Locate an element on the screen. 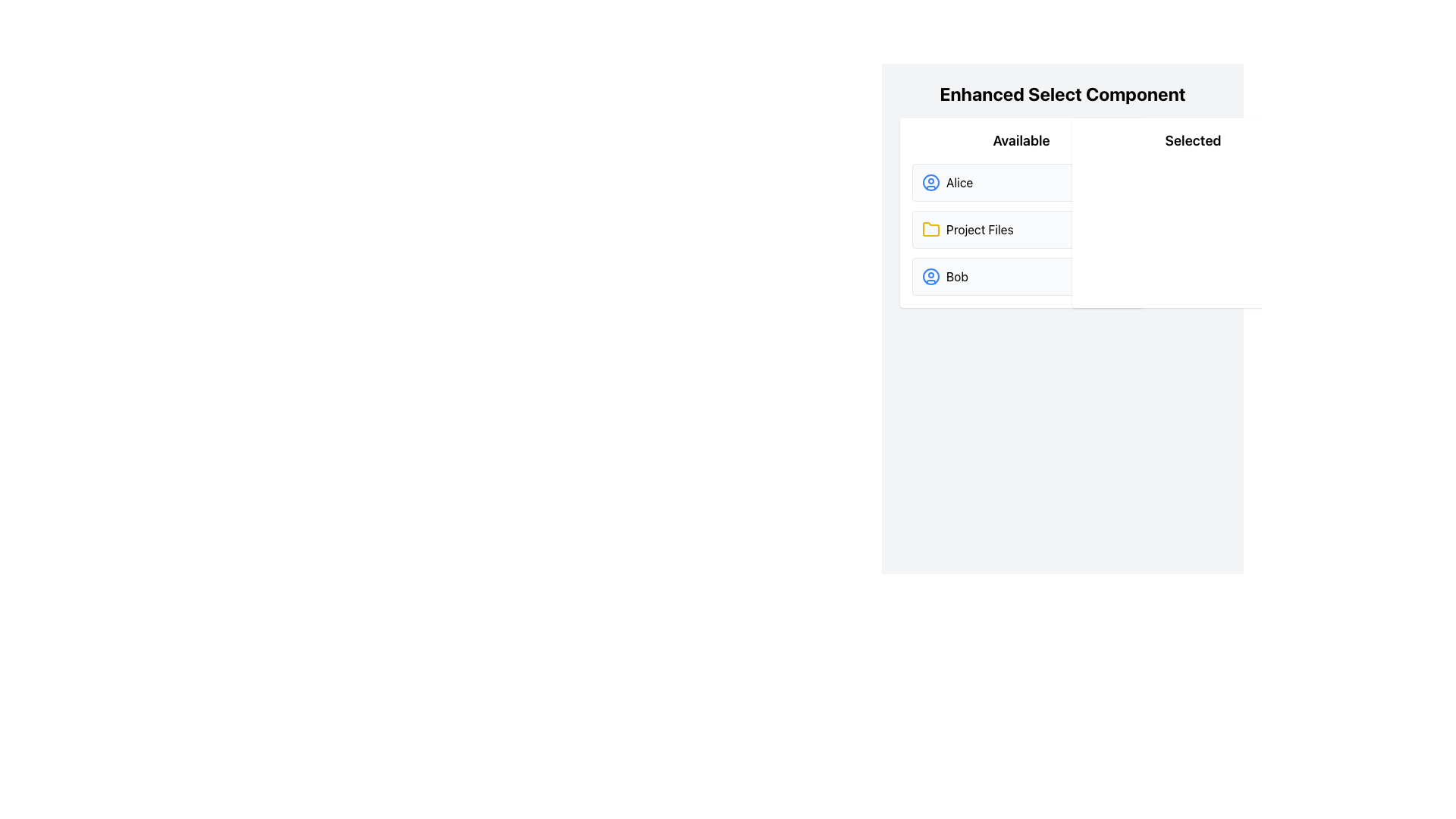 Image resolution: width=1456 pixels, height=819 pixels. the yellow folder icon located in the 'Available' section, next to the text 'Project Files' is located at coordinates (930, 229).